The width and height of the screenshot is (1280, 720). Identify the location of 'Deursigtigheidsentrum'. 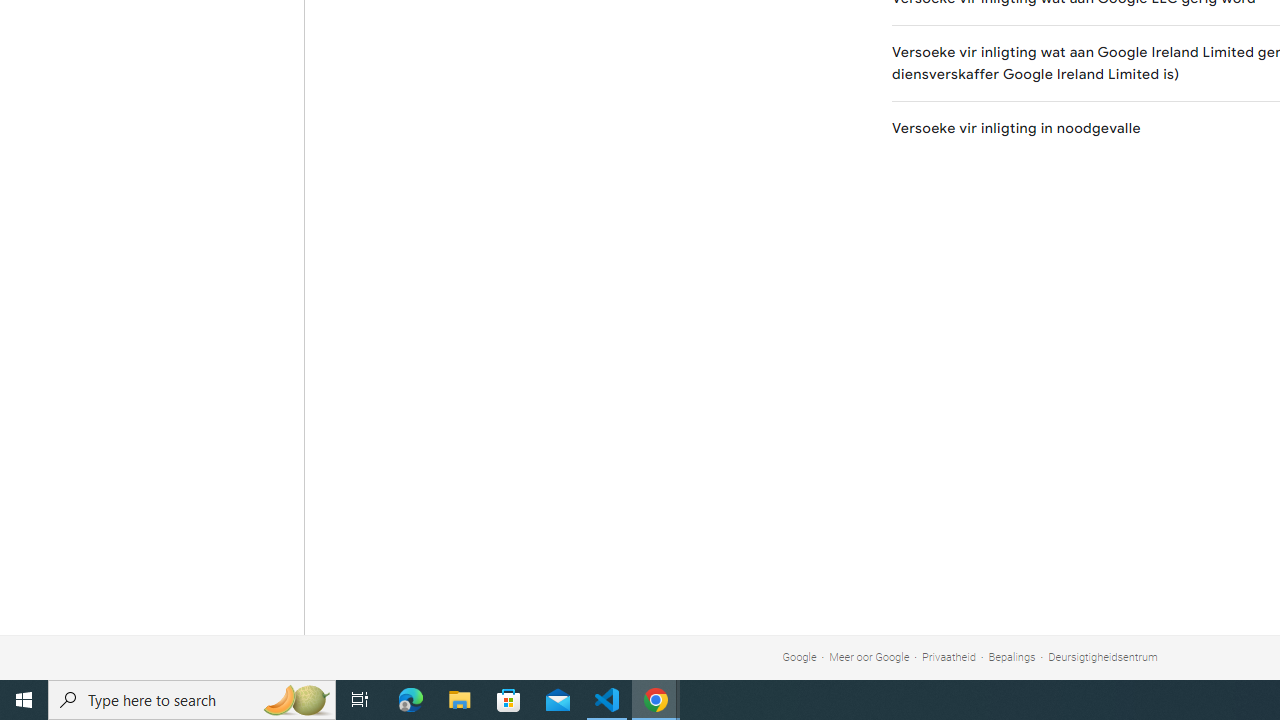
(1102, 657).